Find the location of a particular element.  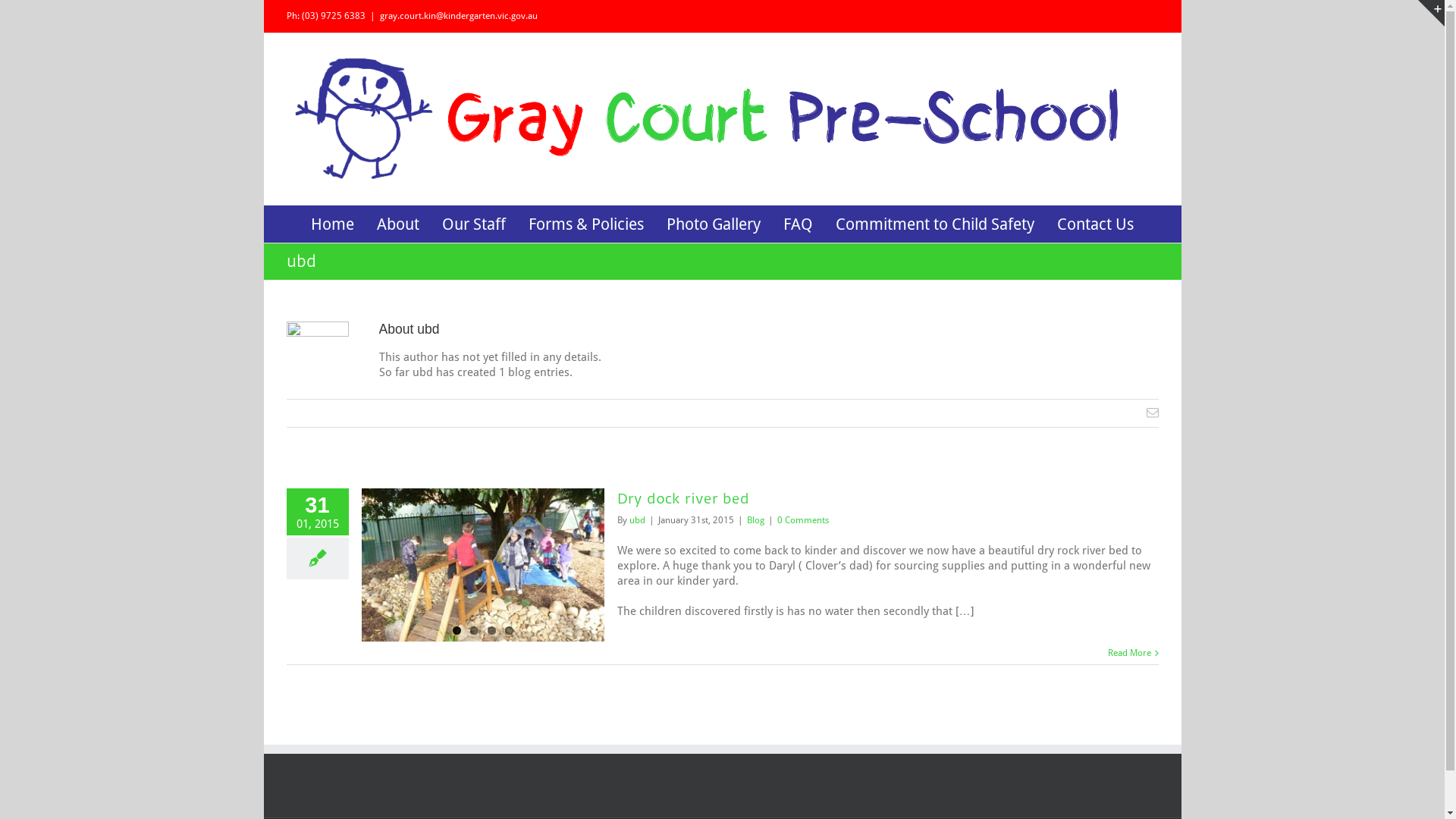

'Contact Us' is located at coordinates (1095, 223).